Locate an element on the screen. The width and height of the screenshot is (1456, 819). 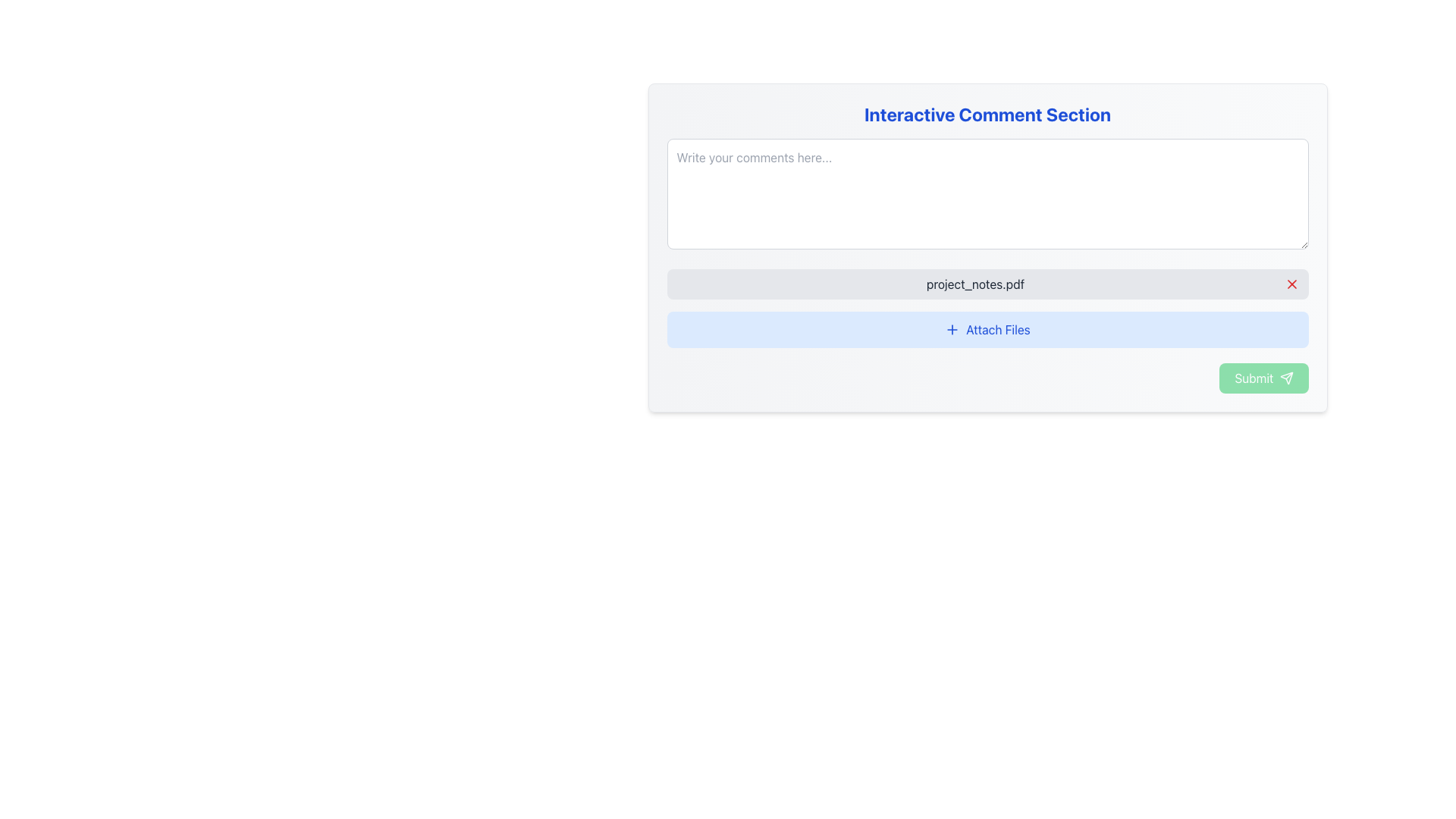
the 'X' shaped icon used to indicate a closing action, located adjacent to the file name 'project_notes.pdf' is located at coordinates (1291, 284).